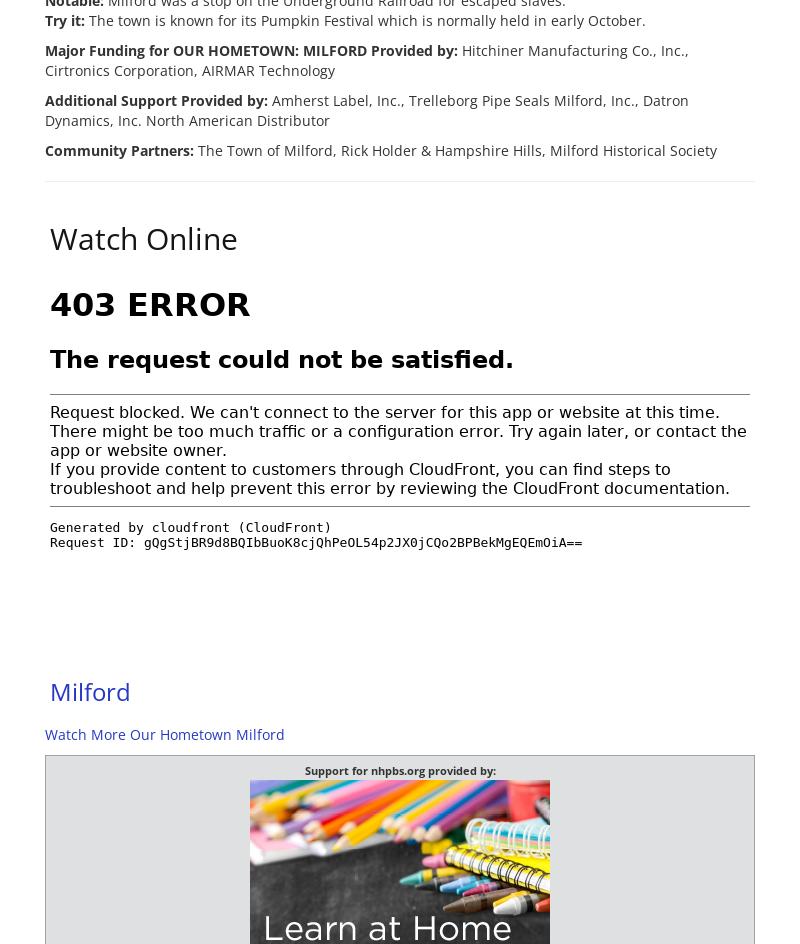 This screenshot has width=800, height=944. Describe the element at coordinates (165, 734) in the screenshot. I see `'Watch More Our Hometown Milford'` at that location.